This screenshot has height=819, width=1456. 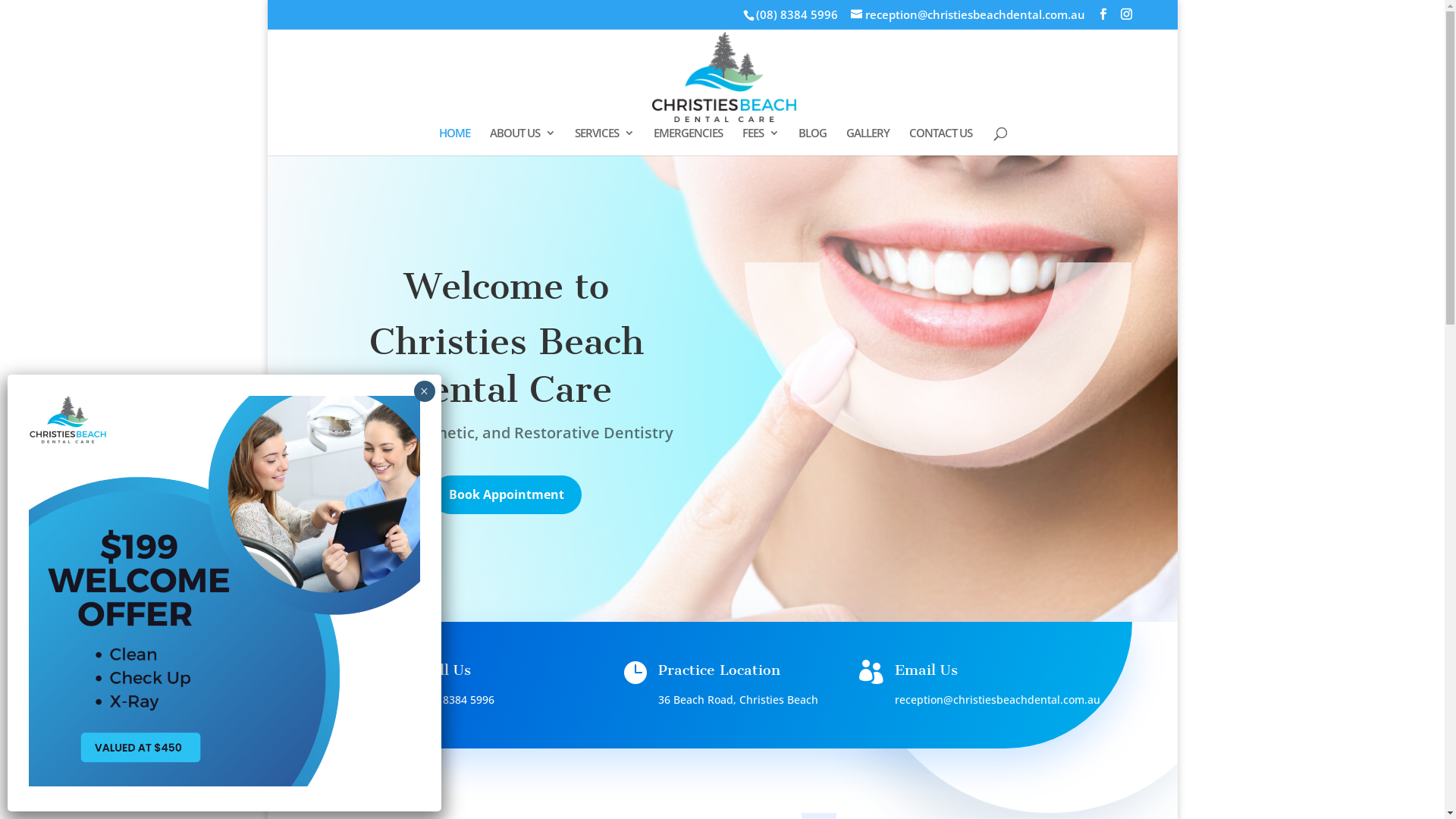 I want to click on '(08) 8384 5996', so click(x=795, y=14).